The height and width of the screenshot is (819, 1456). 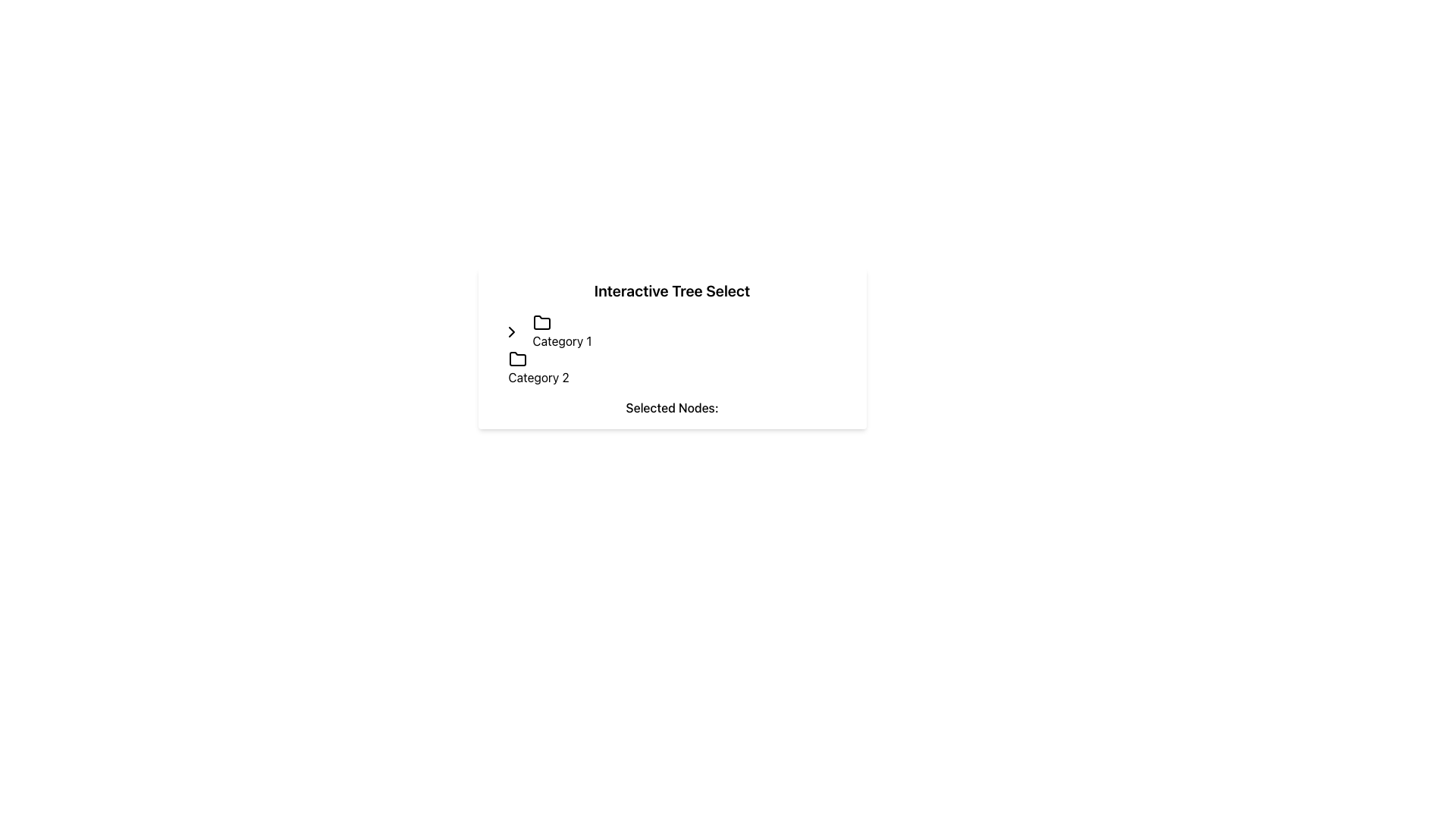 What do you see at coordinates (517, 359) in the screenshot?
I see `the folder icon located to the left of the 'Category 2' label within the 'Interactive Tree Select' section` at bounding box center [517, 359].